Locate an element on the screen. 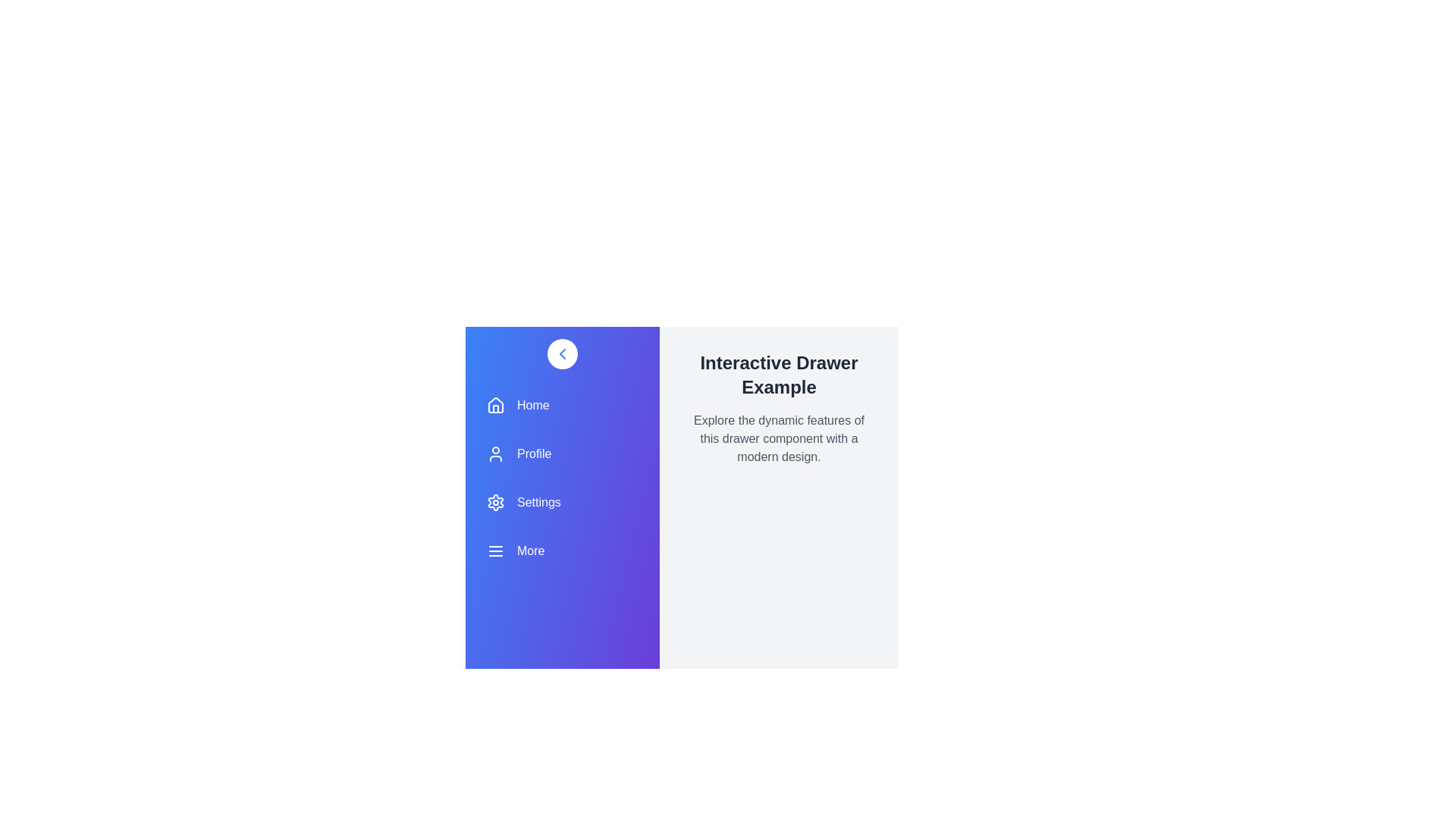 The image size is (1456, 819). the navigation item labeled Profile is located at coordinates (562, 453).